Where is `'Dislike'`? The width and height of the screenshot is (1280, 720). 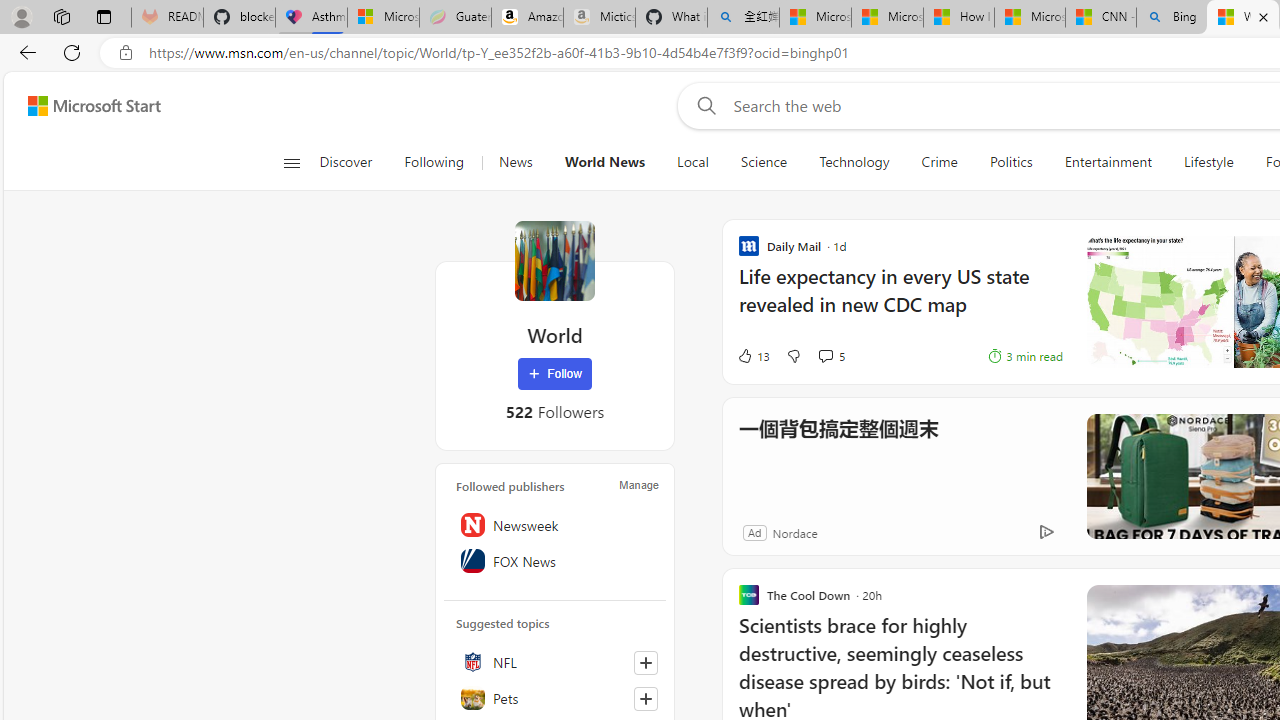 'Dislike' is located at coordinates (792, 355).